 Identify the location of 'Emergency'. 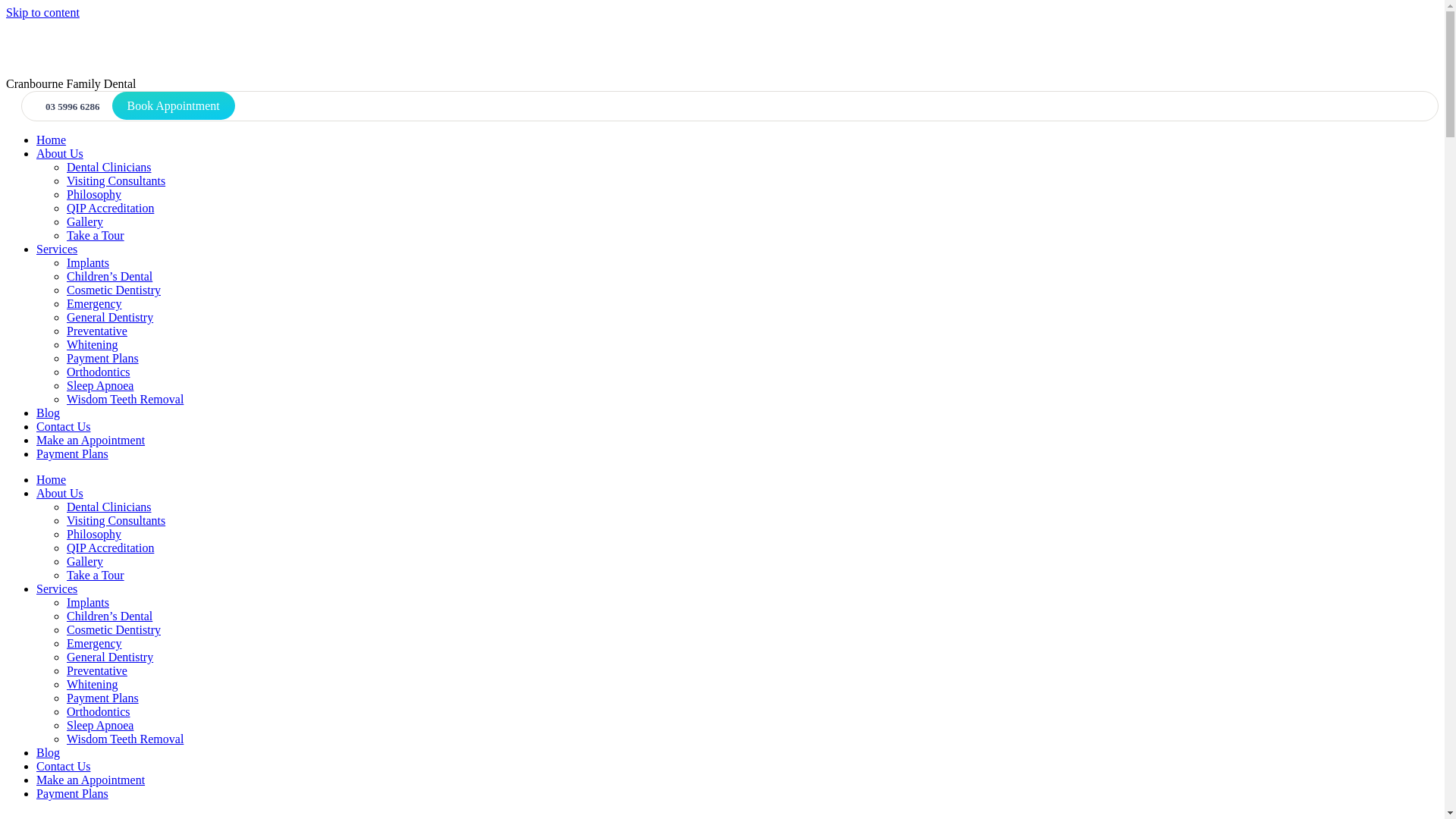
(93, 303).